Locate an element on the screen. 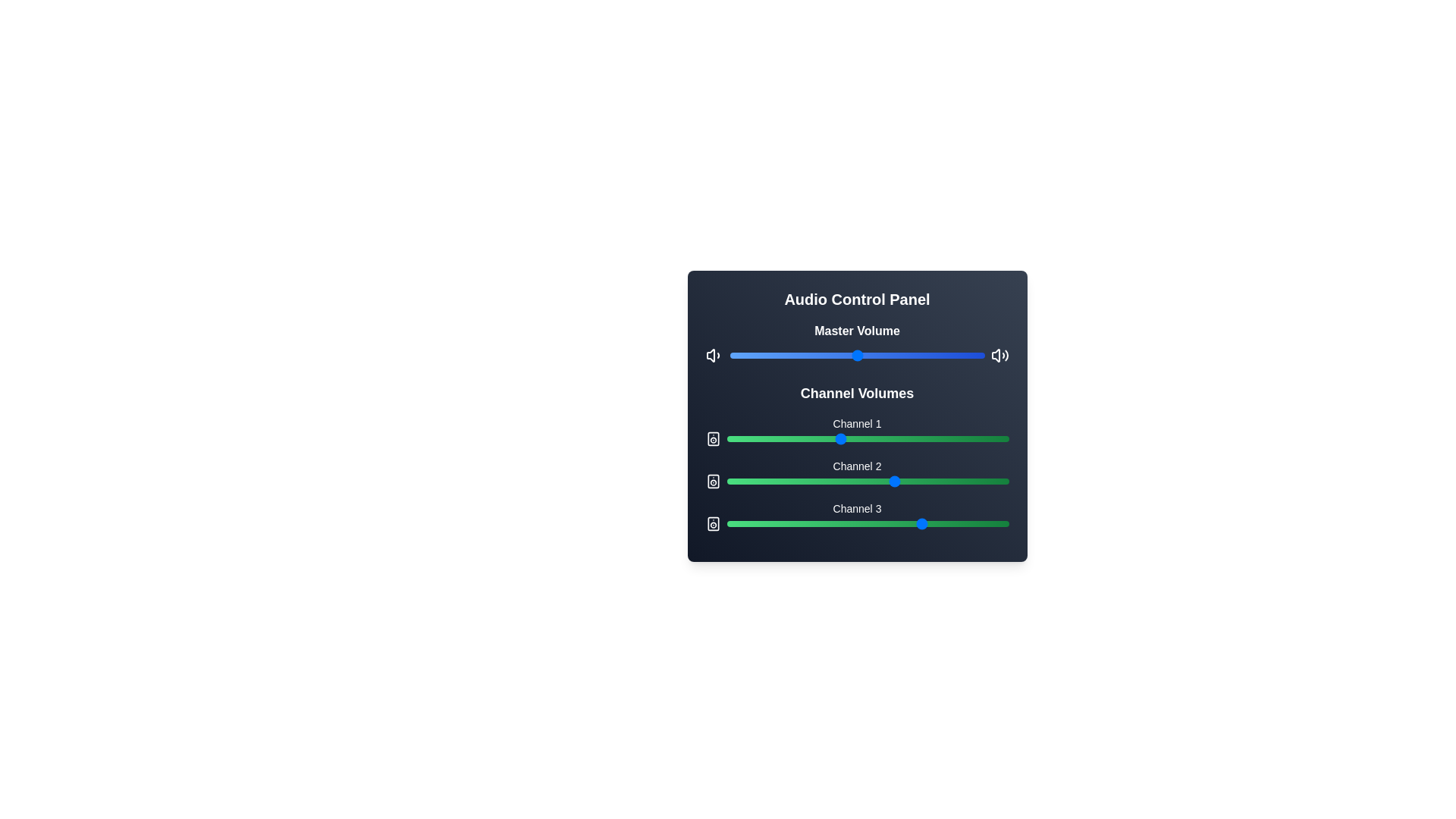 The height and width of the screenshot is (819, 1456). the blue thumb control of the 'Channel 1' slider is located at coordinates (857, 431).